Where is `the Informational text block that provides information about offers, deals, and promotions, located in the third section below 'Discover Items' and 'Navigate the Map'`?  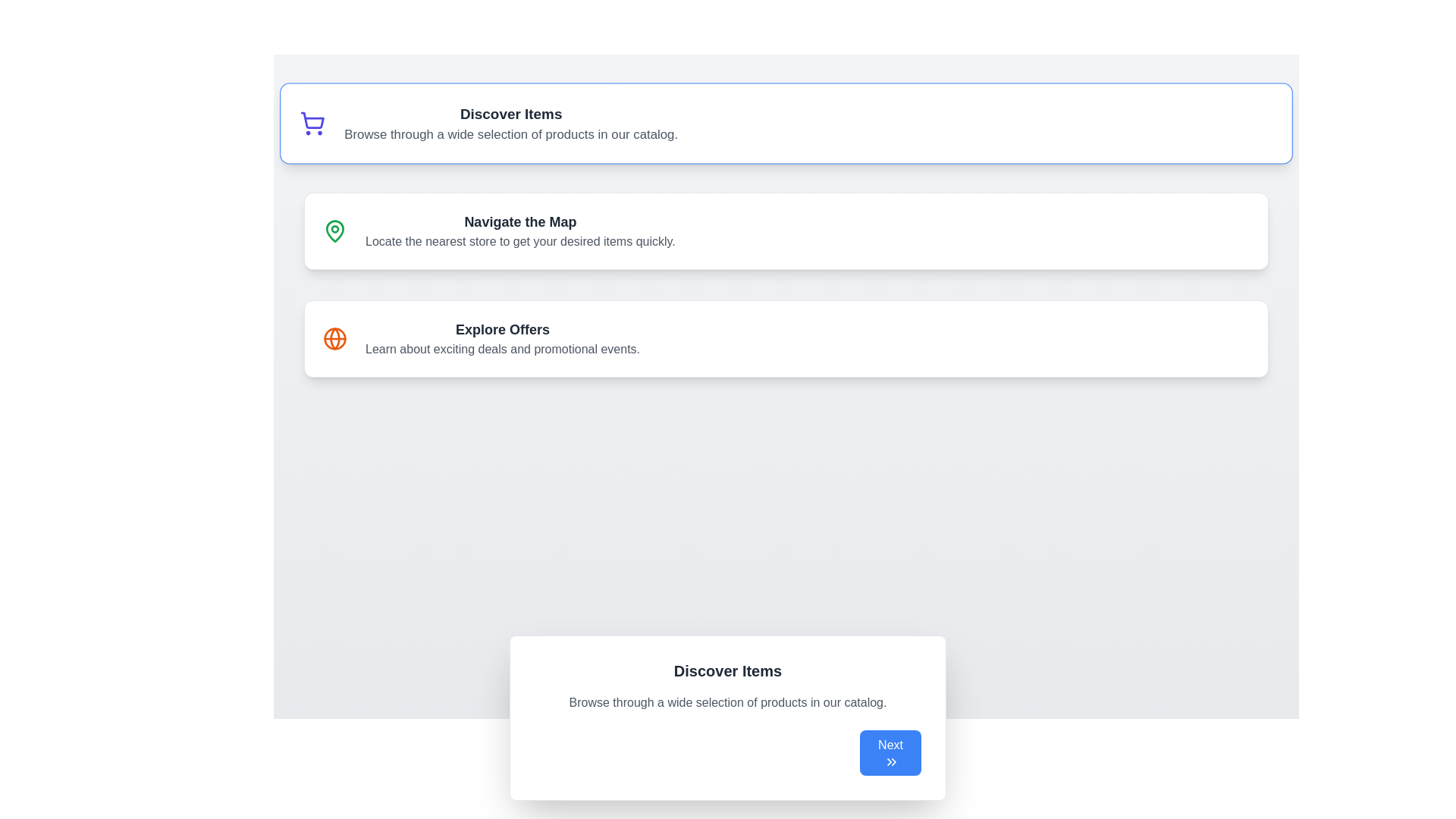 the Informational text block that provides information about offers, deals, and promotions, located in the third section below 'Discover Items' and 'Navigate the Map' is located at coordinates (502, 338).